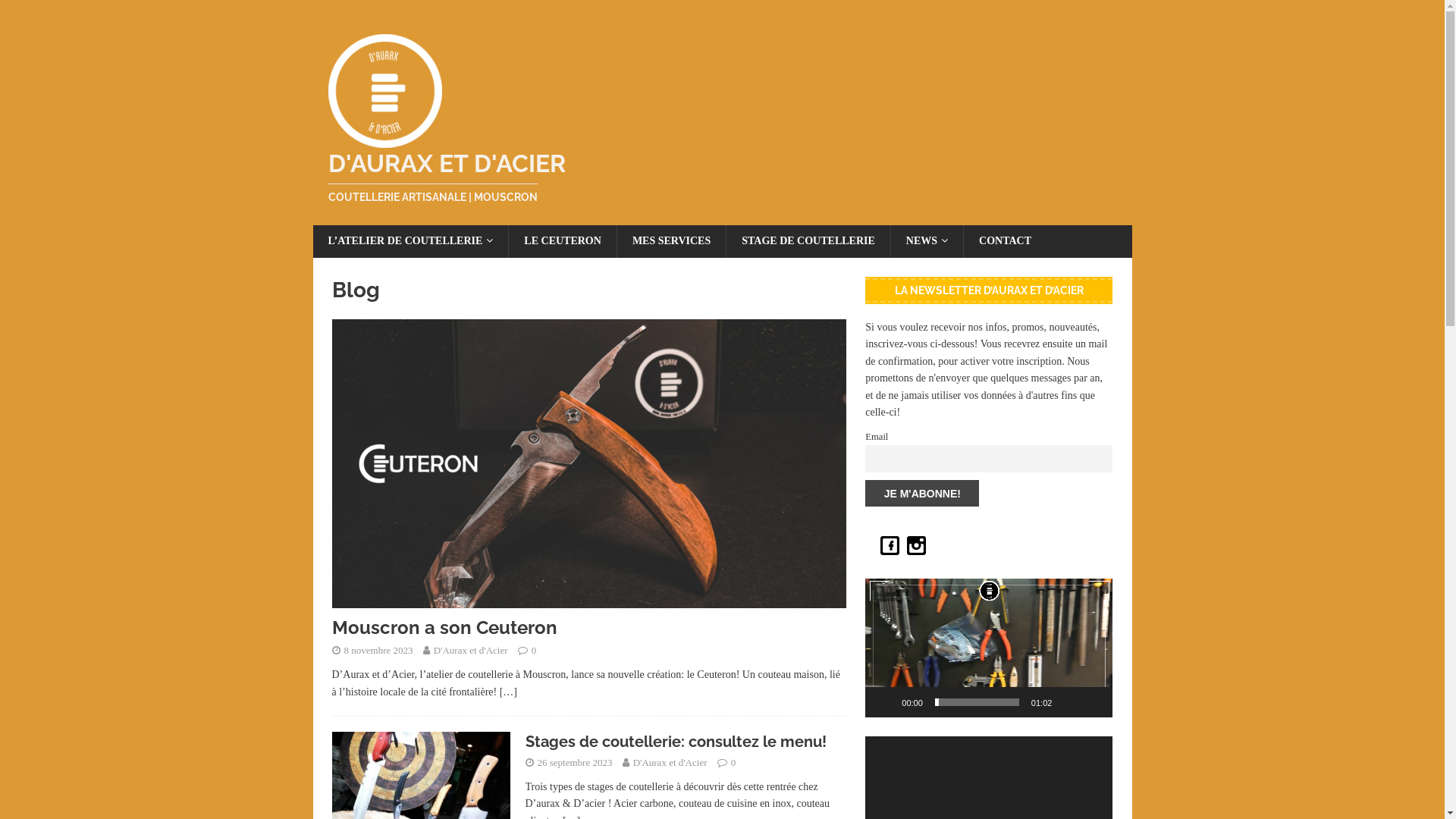  What do you see at coordinates (926, 240) in the screenshot?
I see `'NEWS'` at bounding box center [926, 240].